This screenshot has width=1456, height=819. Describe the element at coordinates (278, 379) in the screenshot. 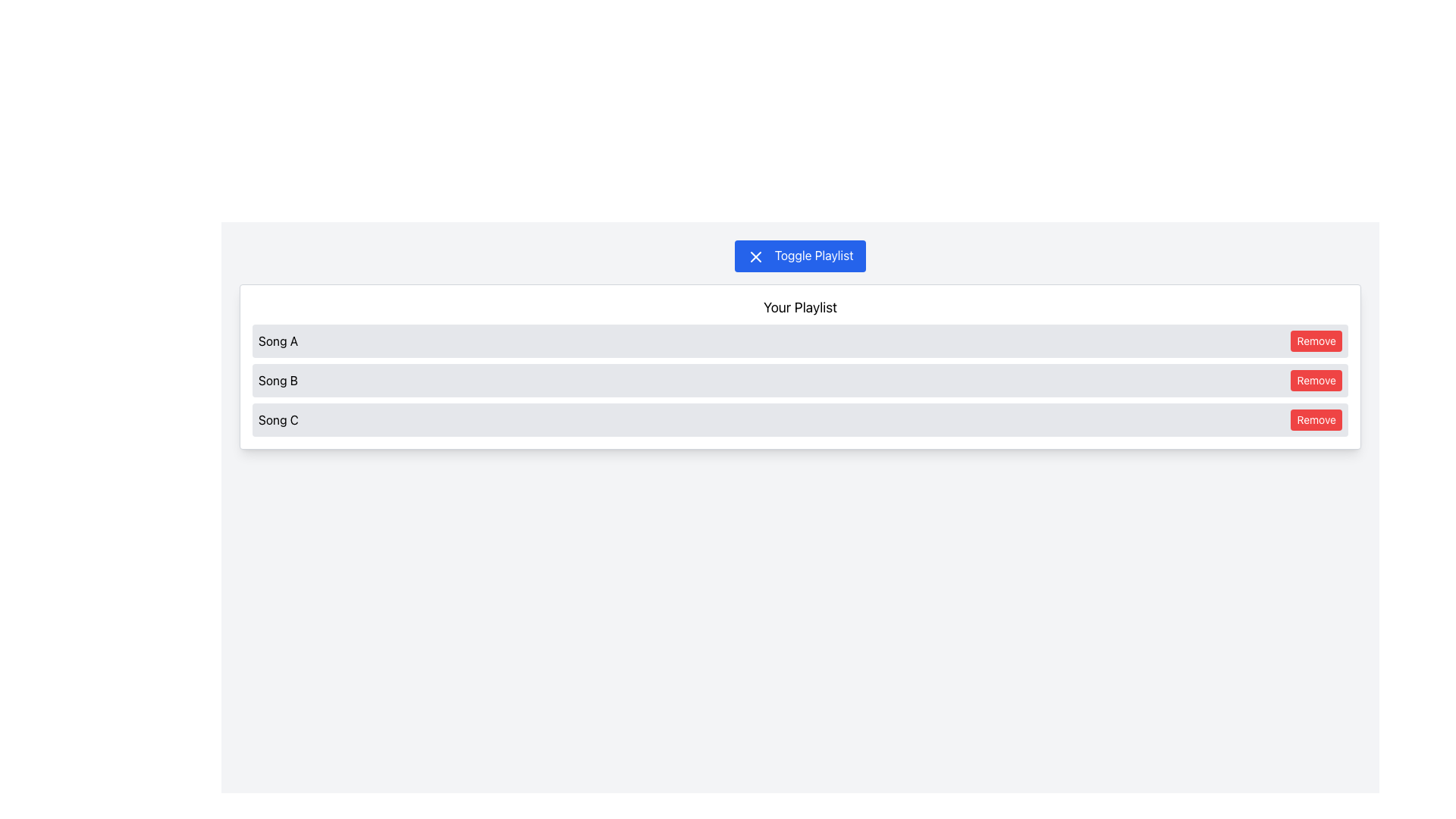

I see `the text label representing 'Song B' in the playlist, which is located in the second row, to the left of the red 'Remove' button` at that location.